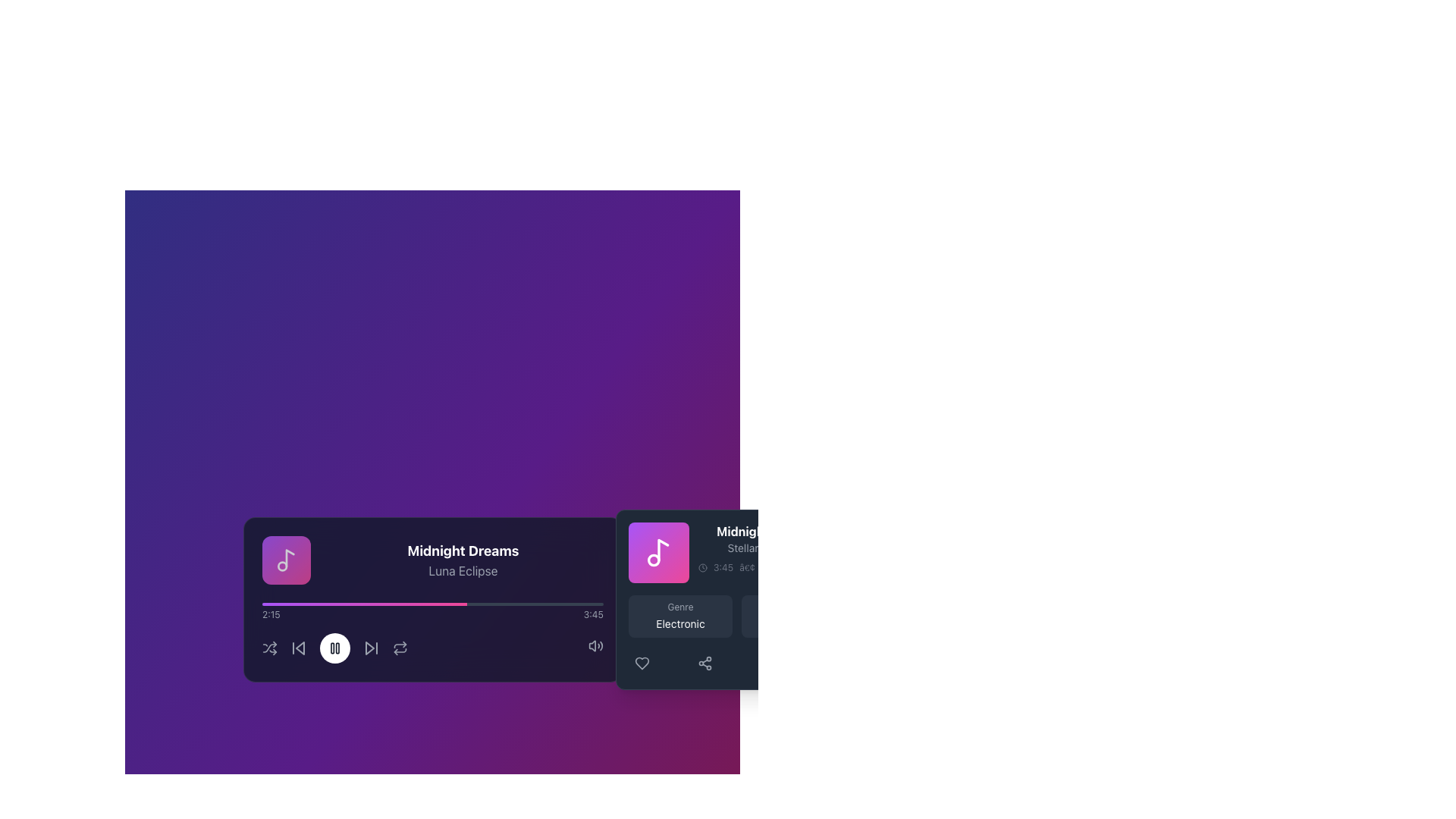 The image size is (1456, 819). What do you see at coordinates (701, 567) in the screenshot?
I see `Circular SVG component that represents the clock's outer boundary for accessibility or design specifications` at bounding box center [701, 567].